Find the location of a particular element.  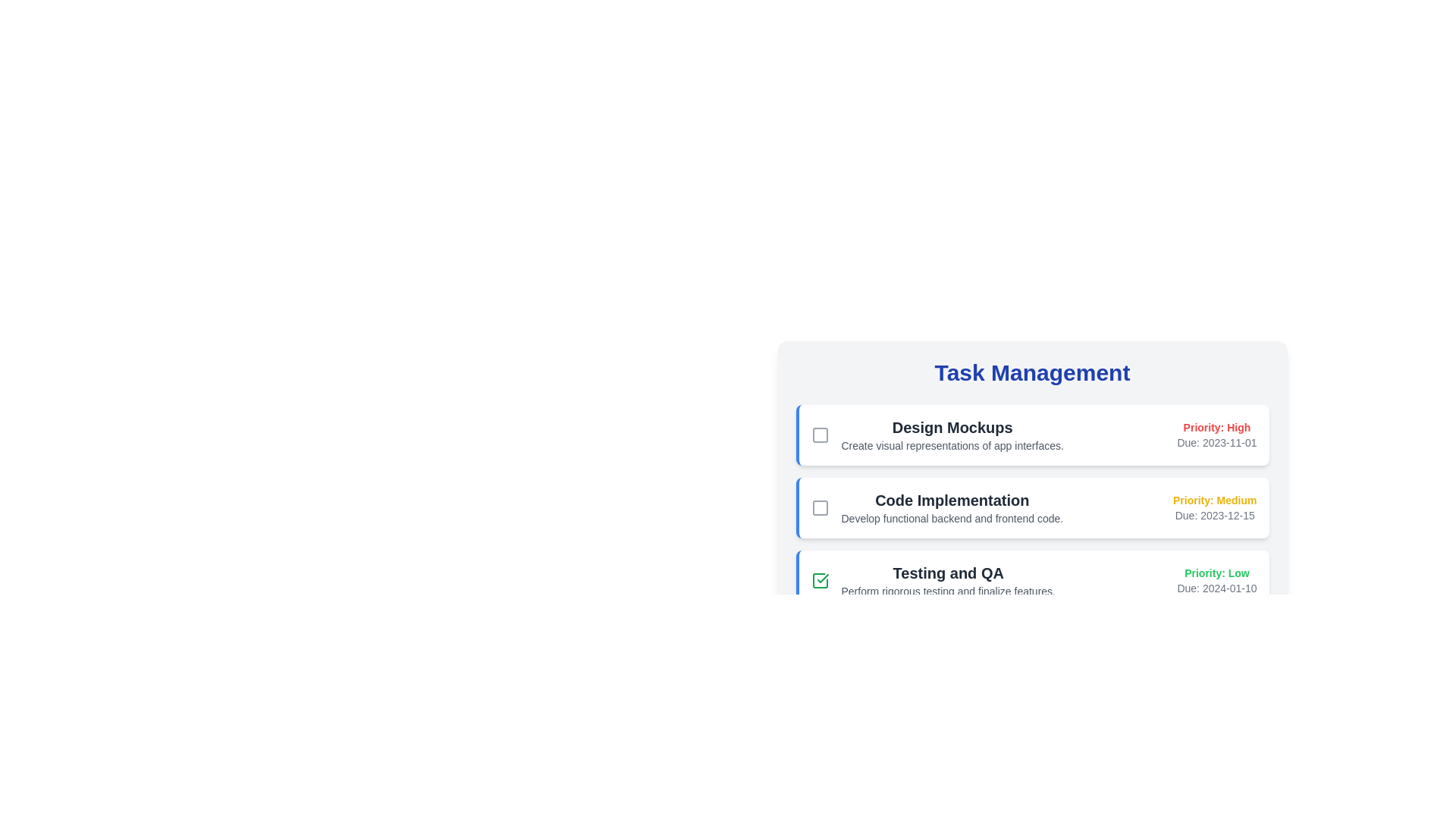

the static text label displaying 'Priority: High' in bold red font, indicating the task's priority level is located at coordinates (1216, 427).